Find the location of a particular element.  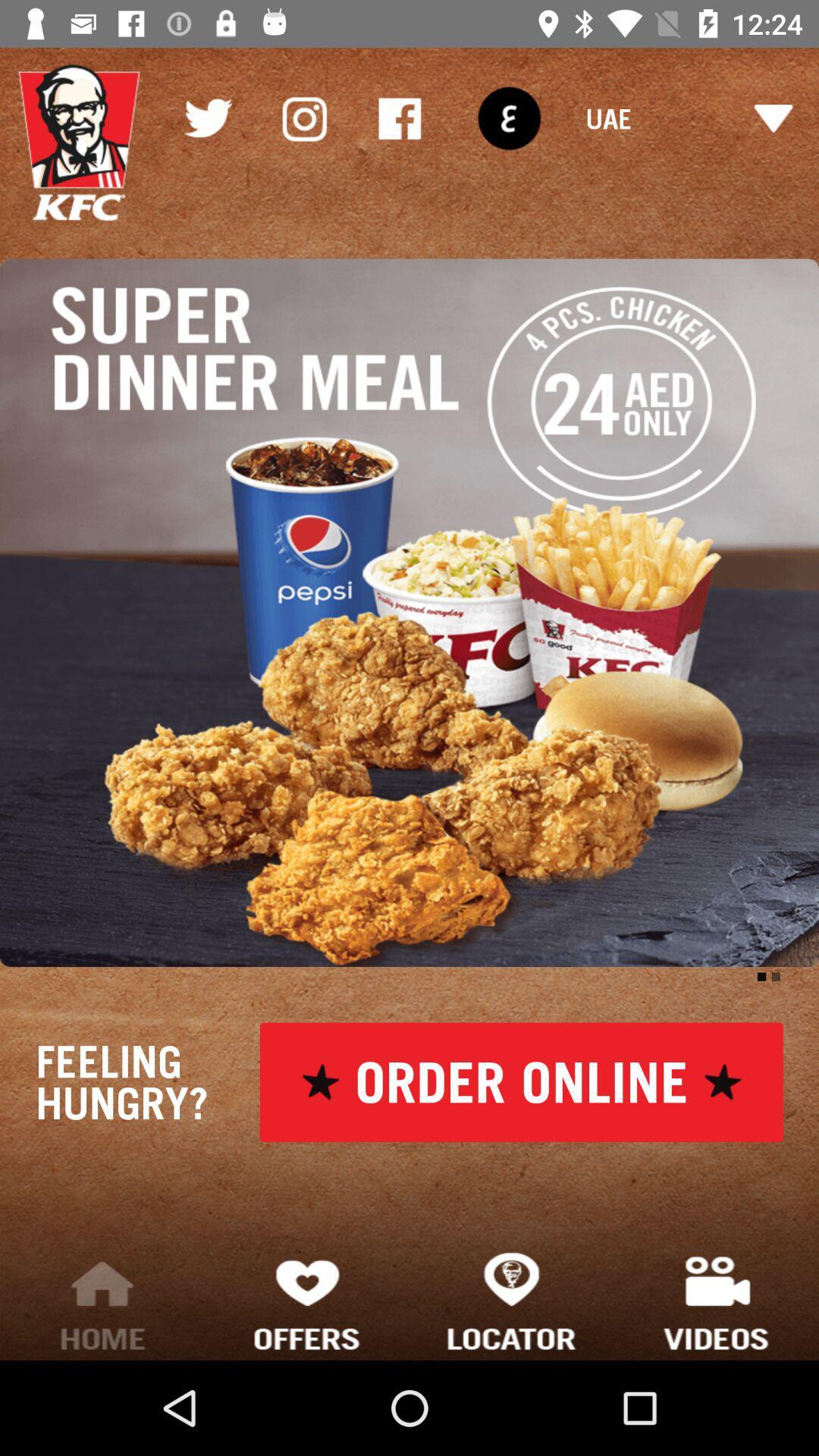

the twitter icon is located at coordinates (207, 118).